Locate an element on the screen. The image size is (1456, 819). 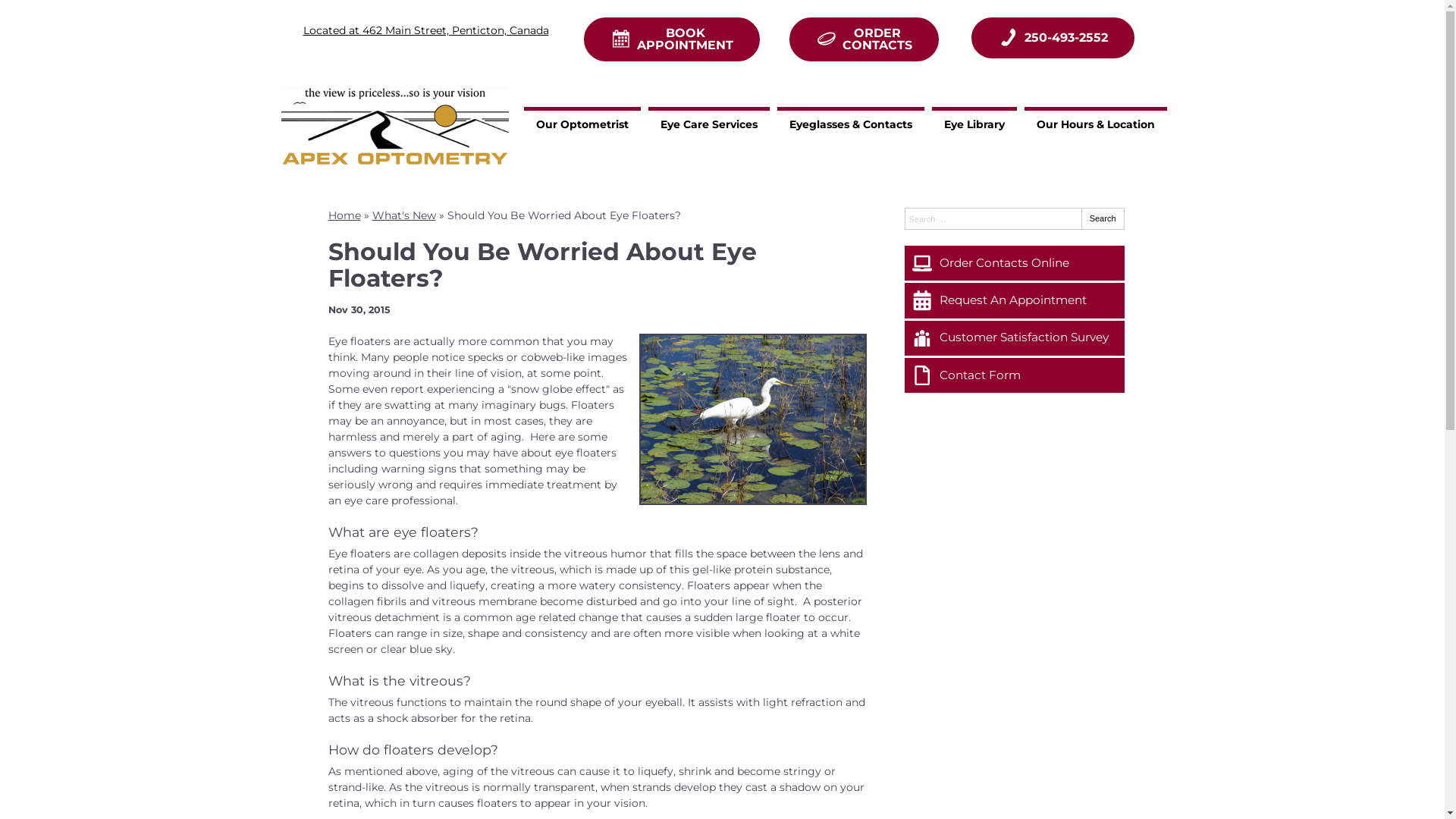
'ORDER CONTACTS' is located at coordinates (864, 38).